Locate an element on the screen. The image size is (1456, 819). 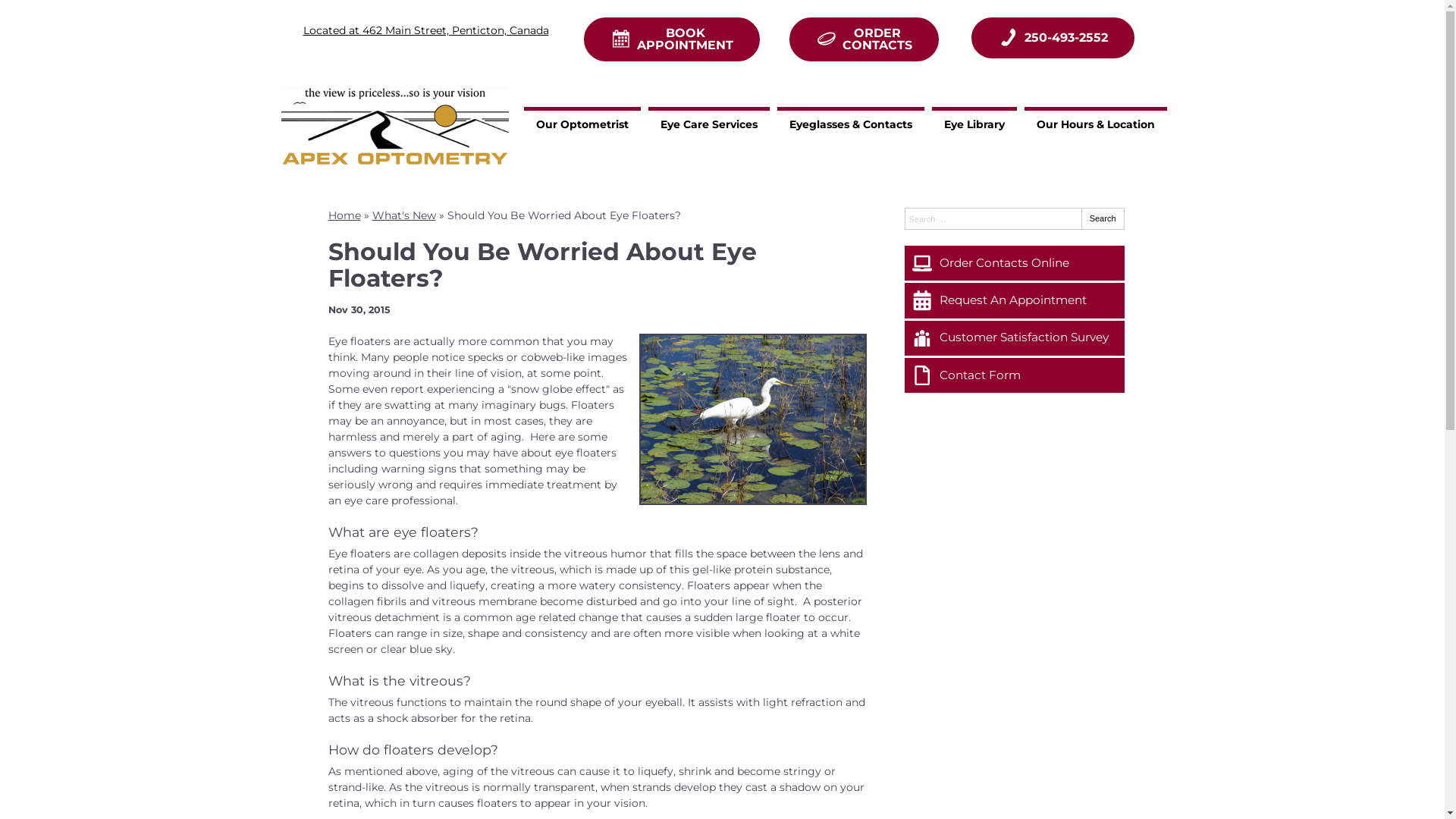
'ORDER CONTACTS' is located at coordinates (864, 38).